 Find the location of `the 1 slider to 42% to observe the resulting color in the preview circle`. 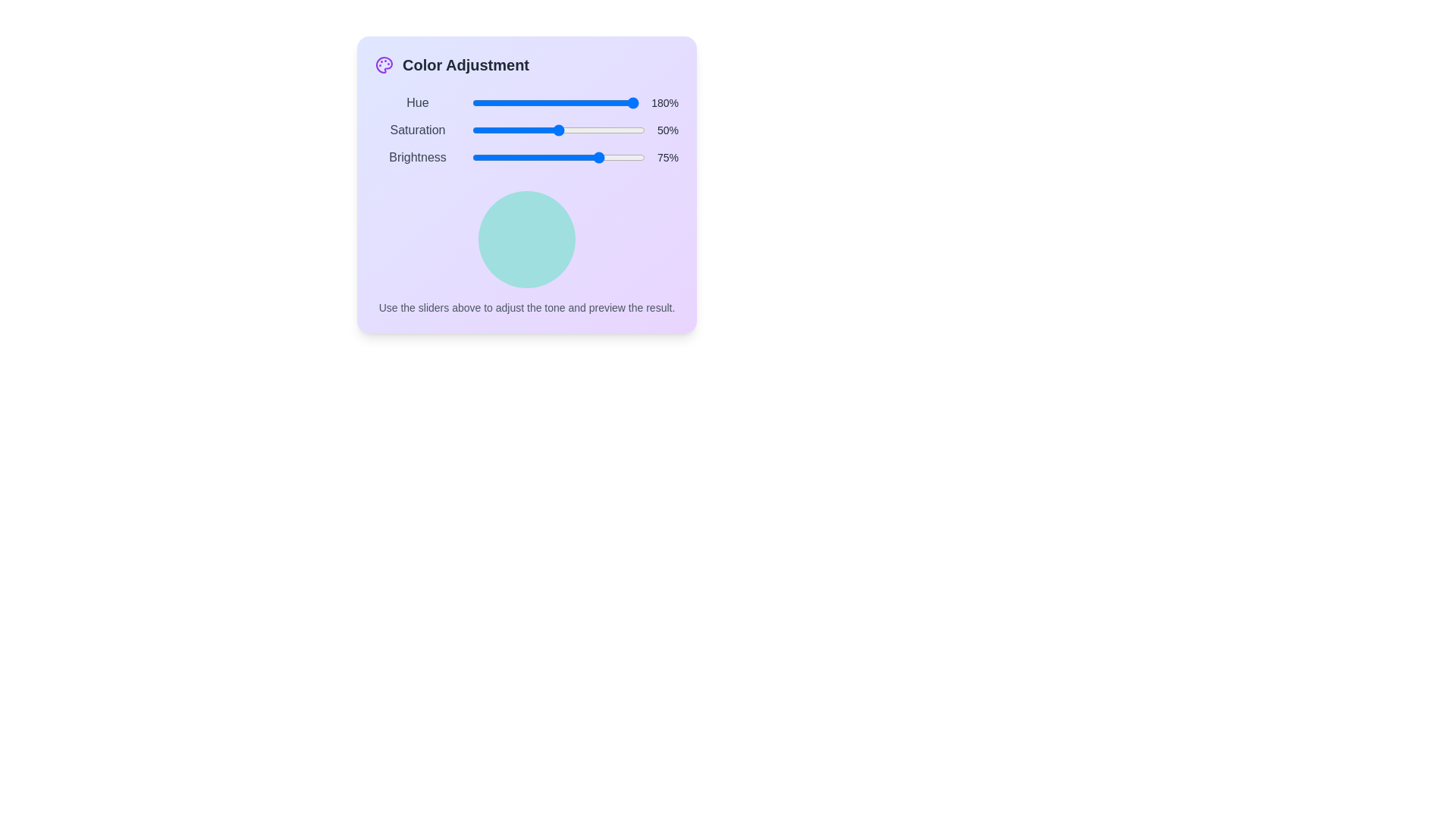

the 1 slider to 42% to observe the resulting color in the preview circle is located at coordinates (542, 130).